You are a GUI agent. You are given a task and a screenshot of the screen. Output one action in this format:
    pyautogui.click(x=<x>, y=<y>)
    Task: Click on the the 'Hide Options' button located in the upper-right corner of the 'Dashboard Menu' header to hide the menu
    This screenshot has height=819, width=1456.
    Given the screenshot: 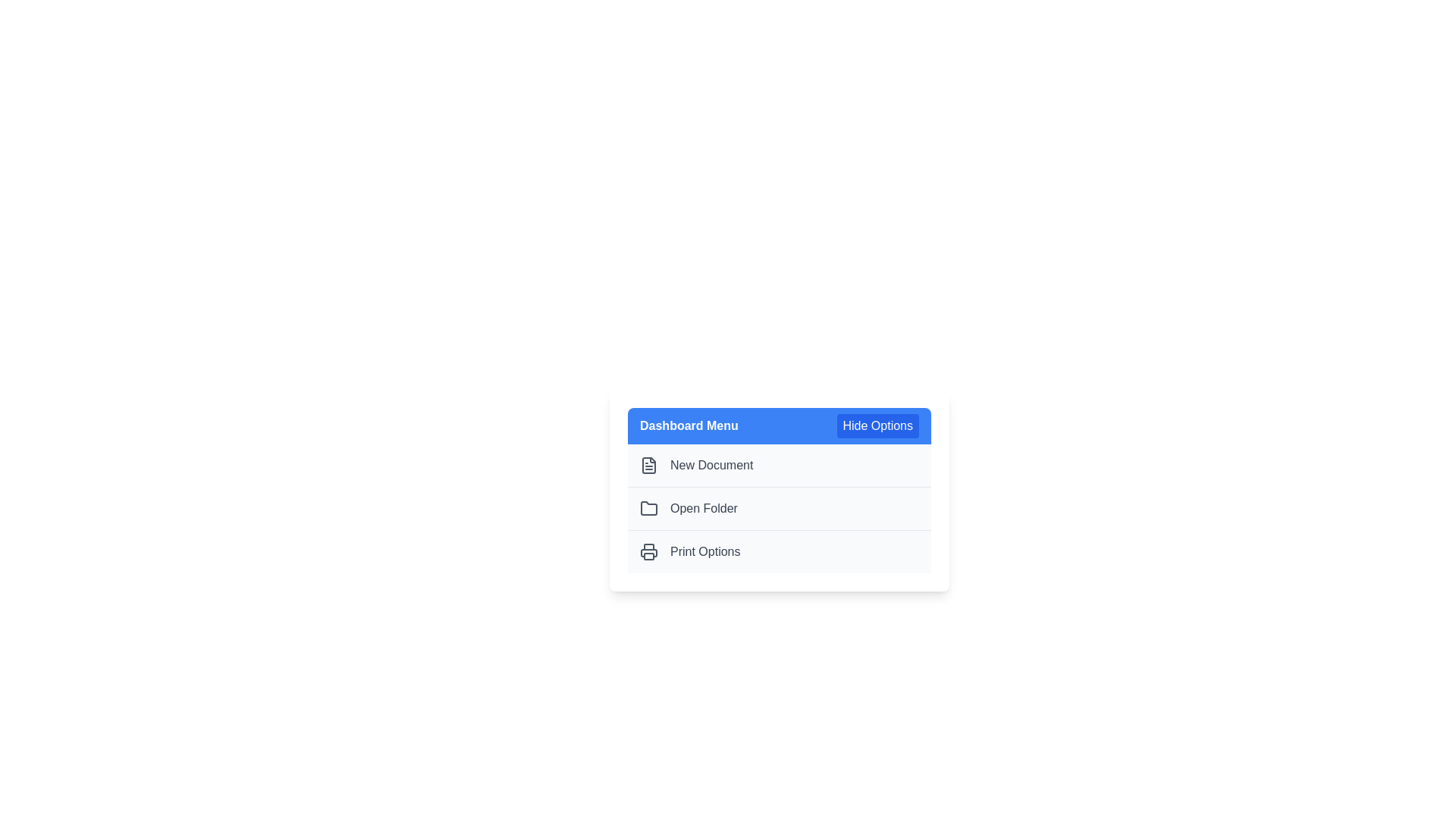 What is the action you would take?
    pyautogui.click(x=877, y=426)
    